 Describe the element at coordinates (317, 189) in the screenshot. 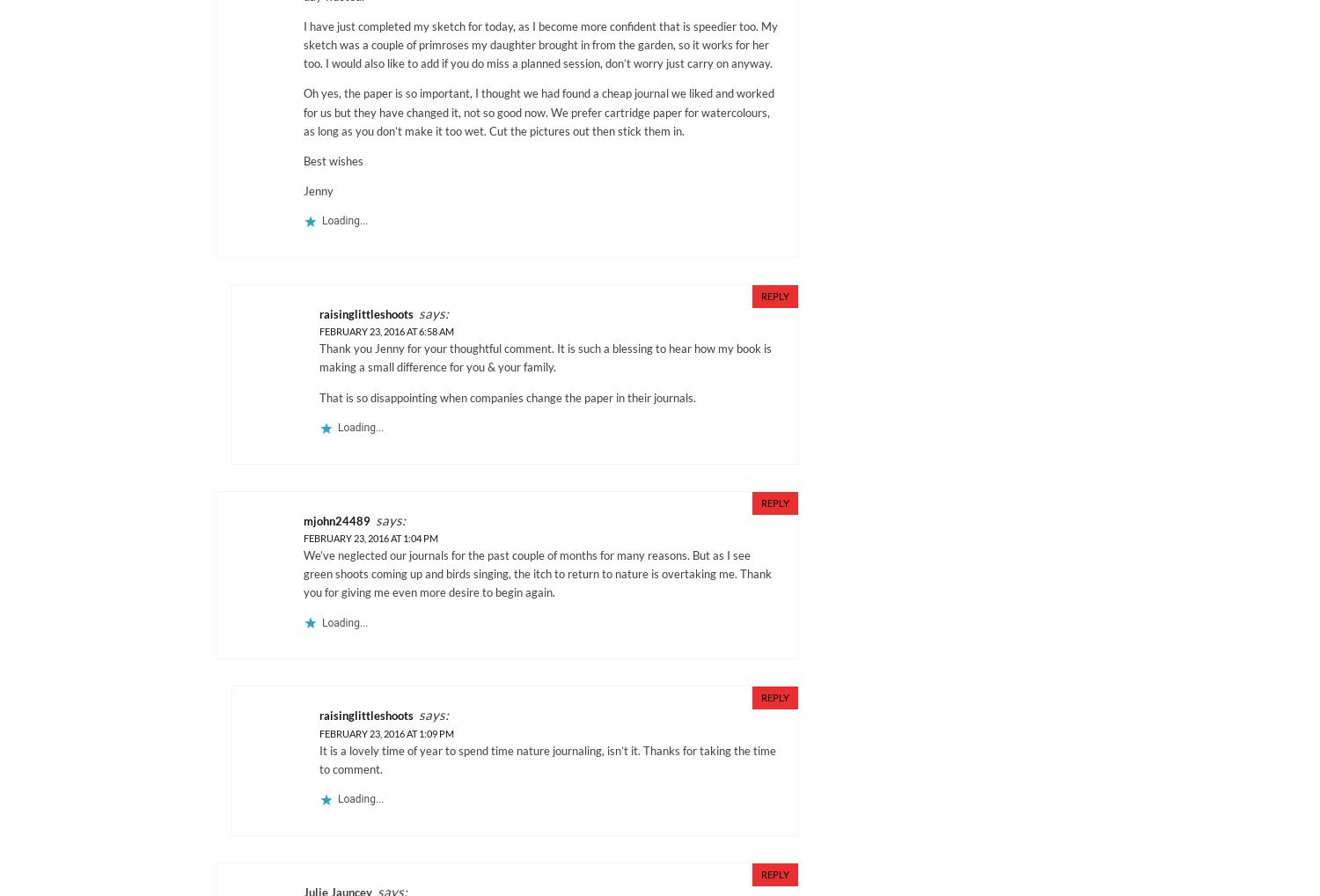

I see `'Jenny'` at that location.